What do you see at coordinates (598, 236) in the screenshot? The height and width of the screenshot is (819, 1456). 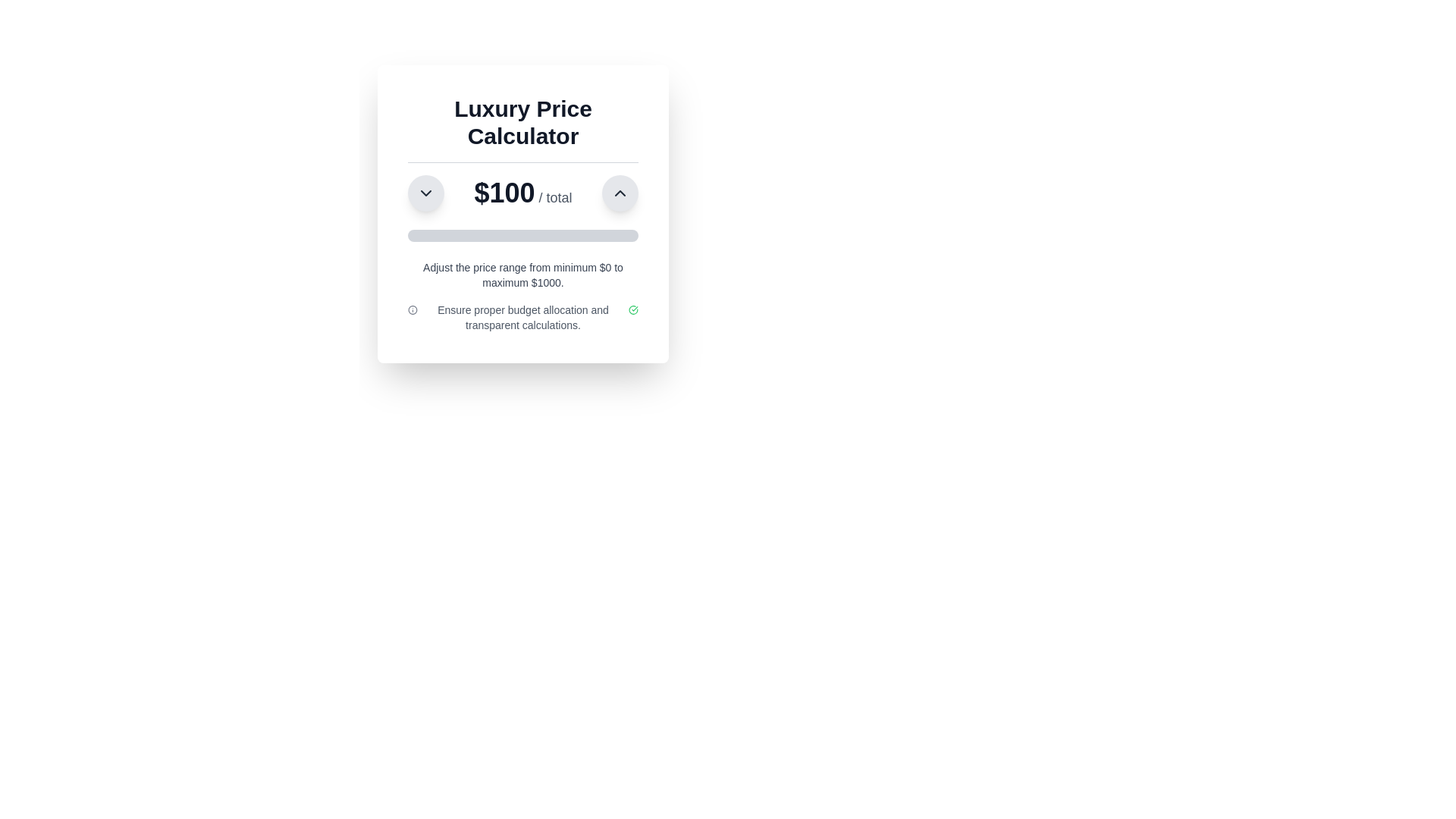 I see `the price range` at bounding box center [598, 236].